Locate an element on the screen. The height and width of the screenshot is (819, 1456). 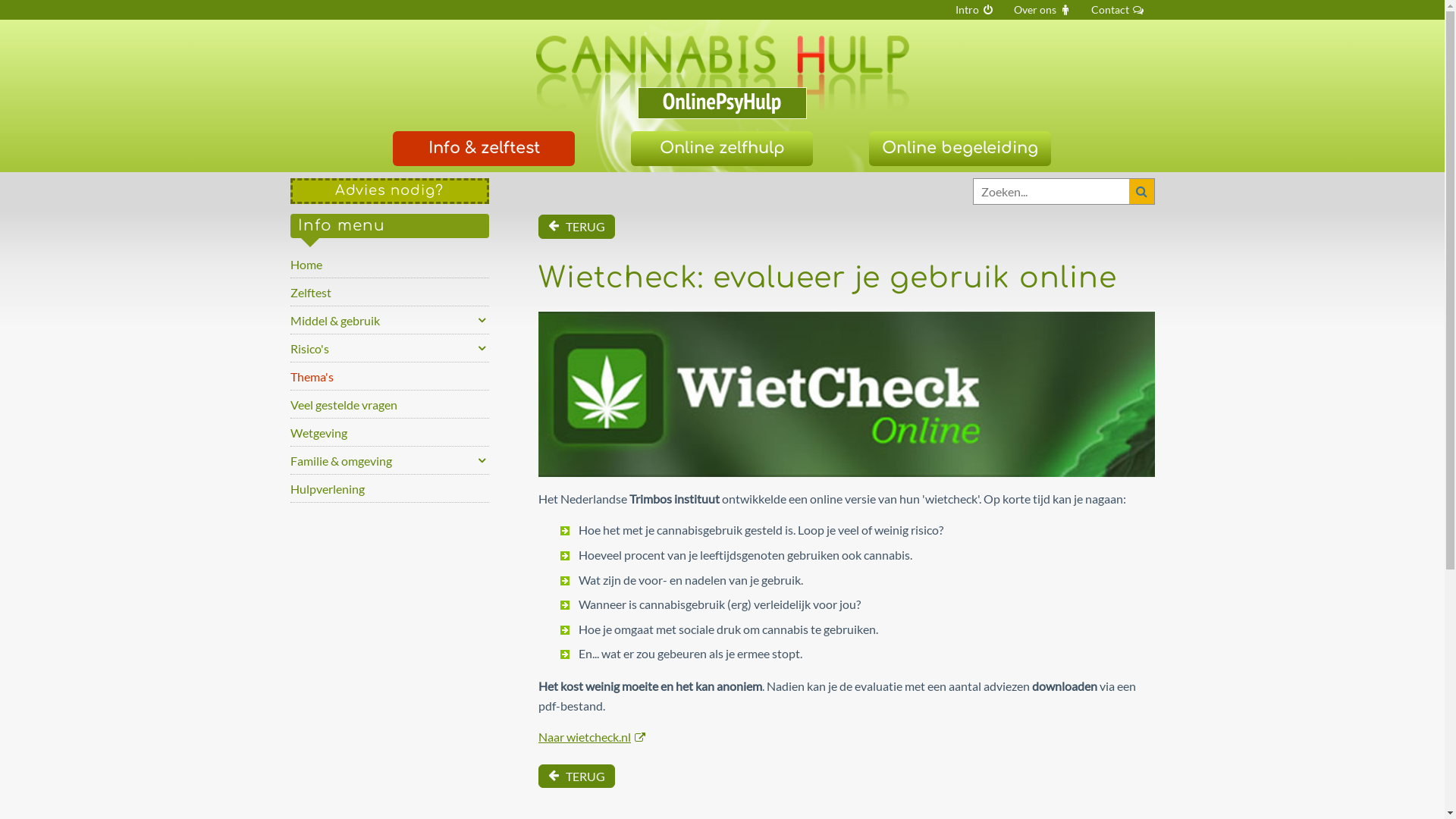
'Over ons' is located at coordinates (1004, 9).